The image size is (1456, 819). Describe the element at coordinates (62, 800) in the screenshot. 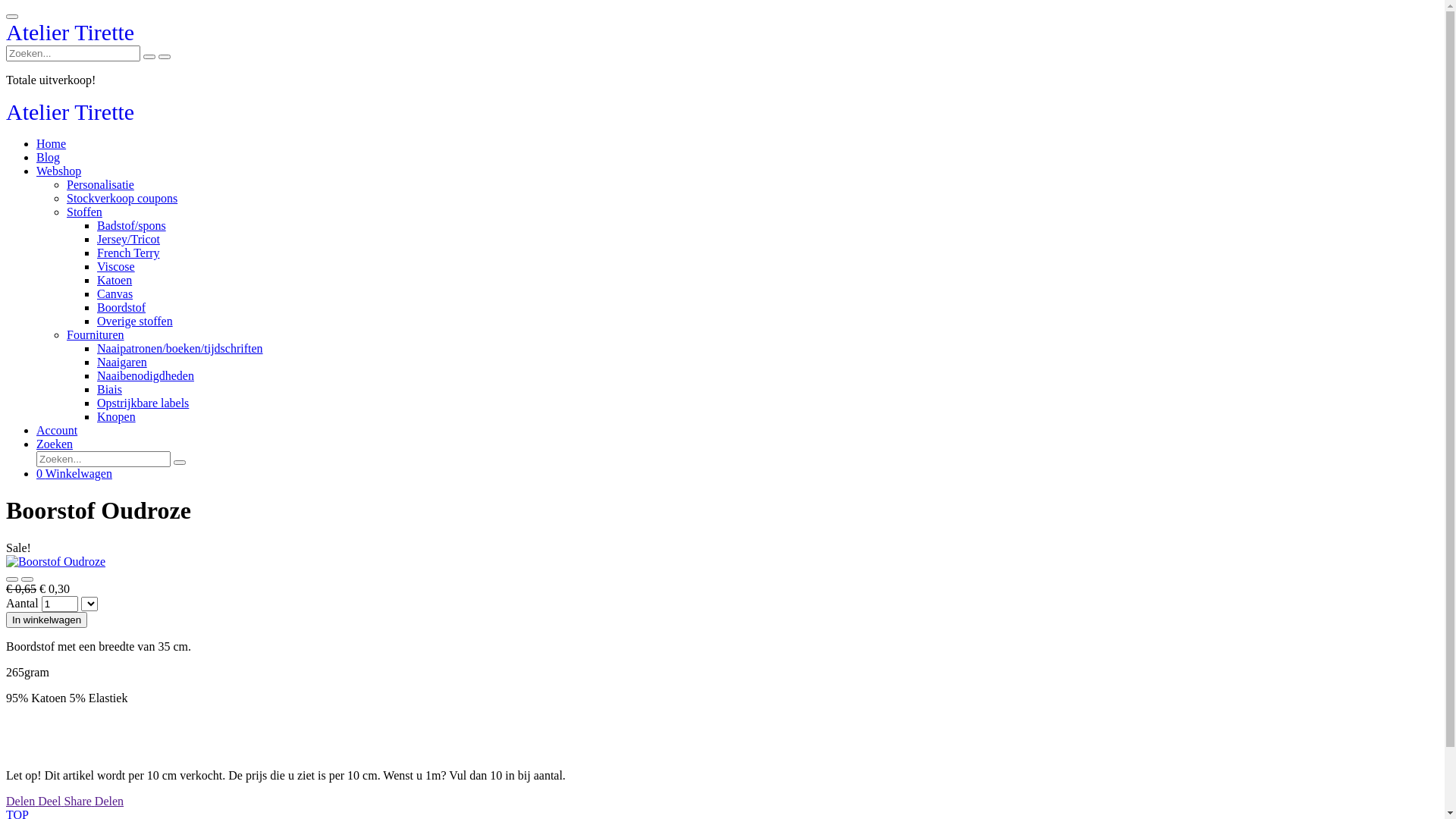

I see `'Share'` at that location.